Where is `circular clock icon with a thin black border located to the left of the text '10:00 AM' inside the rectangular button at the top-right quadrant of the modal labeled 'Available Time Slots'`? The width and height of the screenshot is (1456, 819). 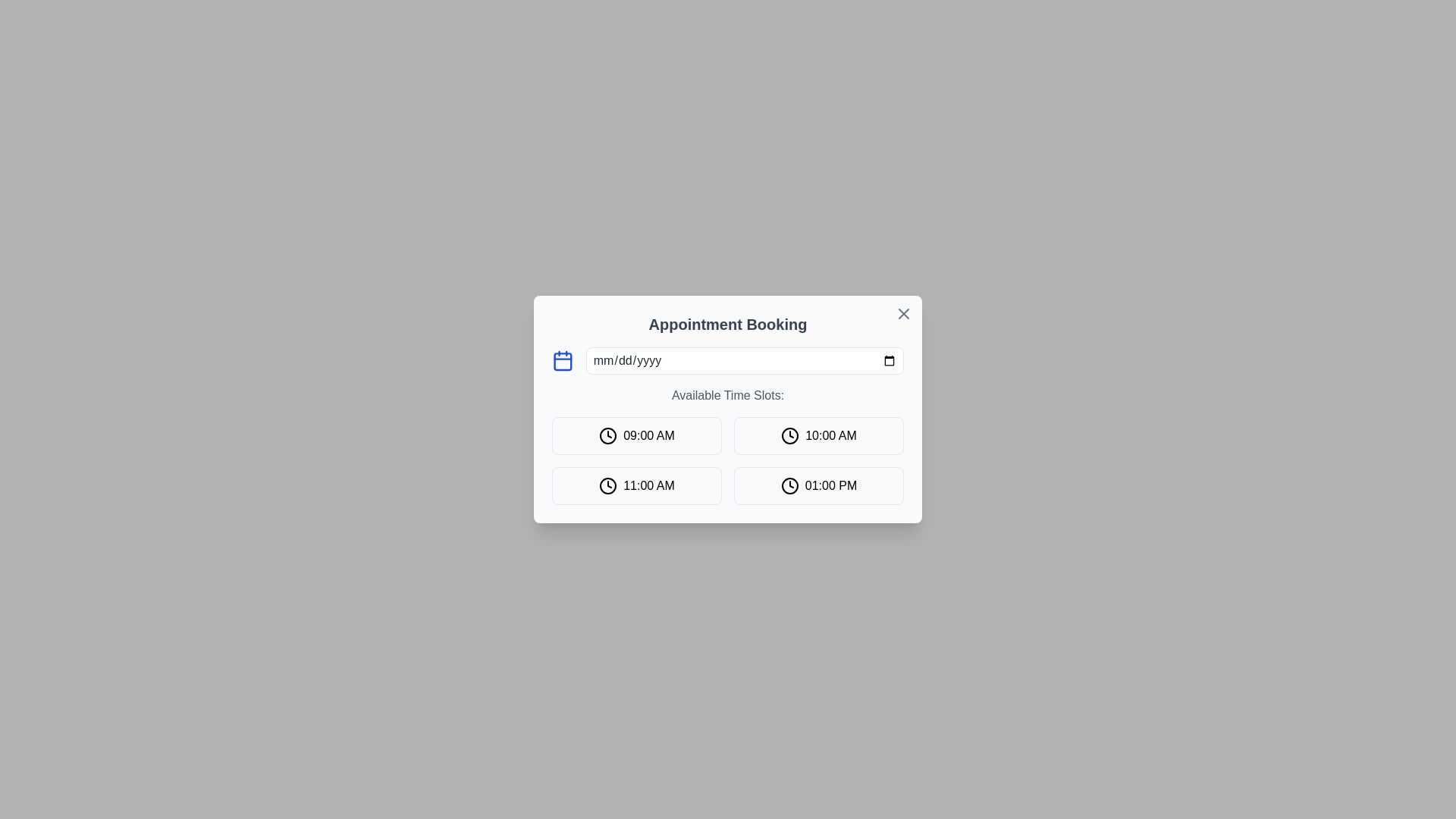
circular clock icon with a thin black border located to the left of the text '10:00 AM' inside the rectangular button at the top-right quadrant of the modal labeled 'Available Time Slots' is located at coordinates (789, 435).